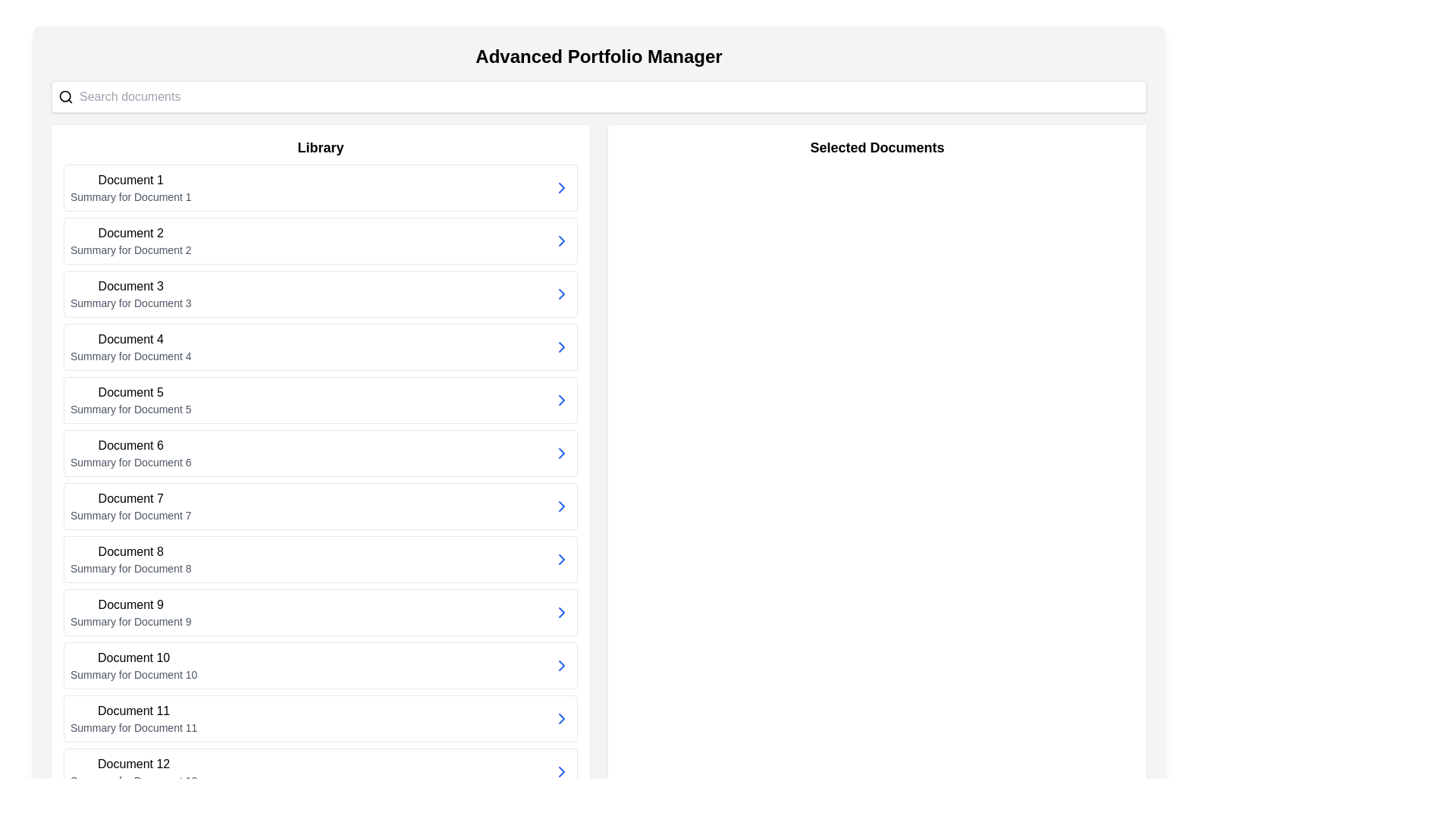  Describe the element at coordinates (560, 611) in the screenshot. I see `the right-facing chevron icon associated with 'Document 12' under the 'Library' heading` at that location.